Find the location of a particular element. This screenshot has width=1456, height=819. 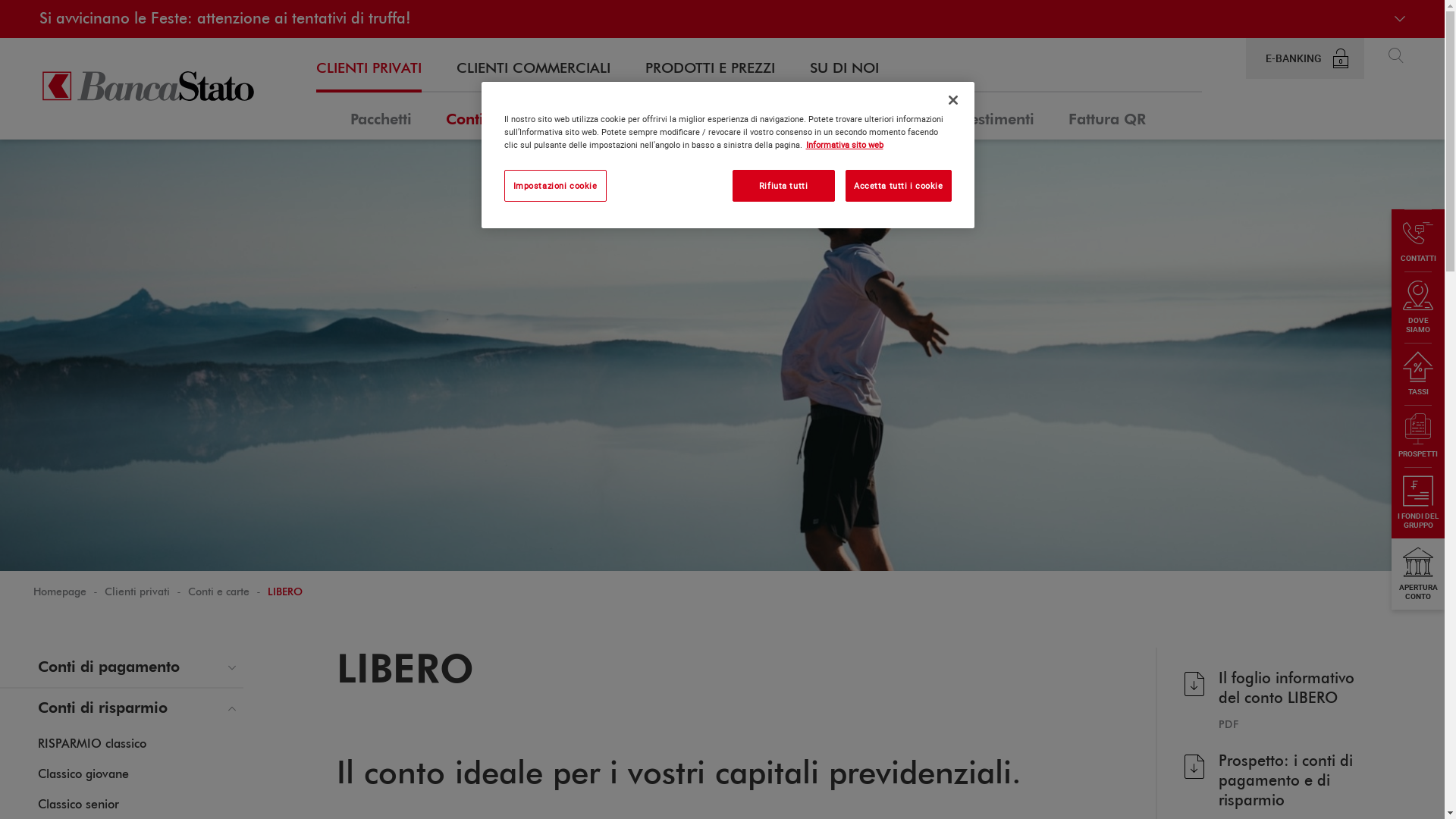

'Conti e carte' is located at coordinates (445, 115).